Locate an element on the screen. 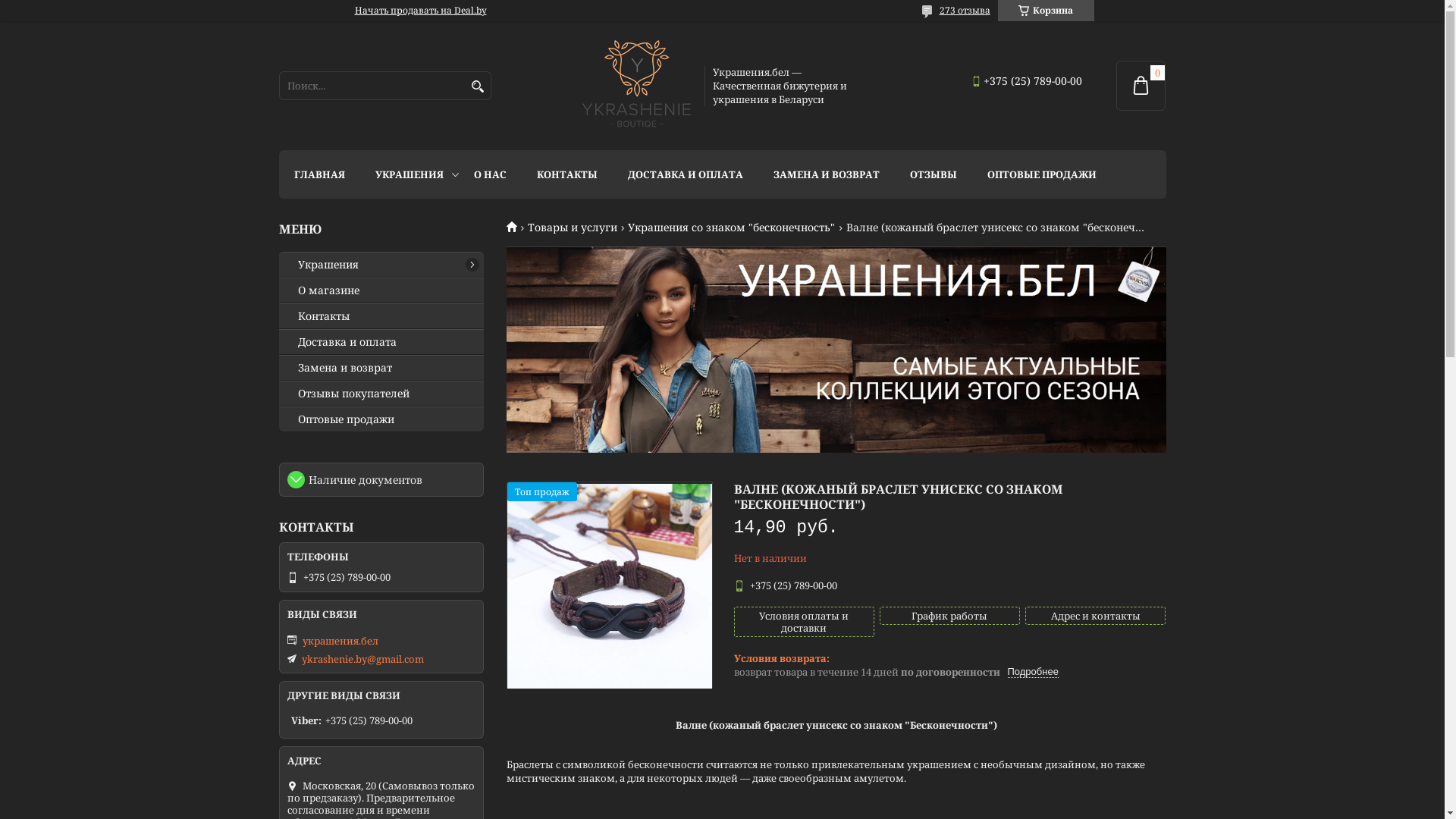 This screenshot has height=819, width=1456. 'ykrashenie.by@gmail.com' is located at coordinates (302, 657).